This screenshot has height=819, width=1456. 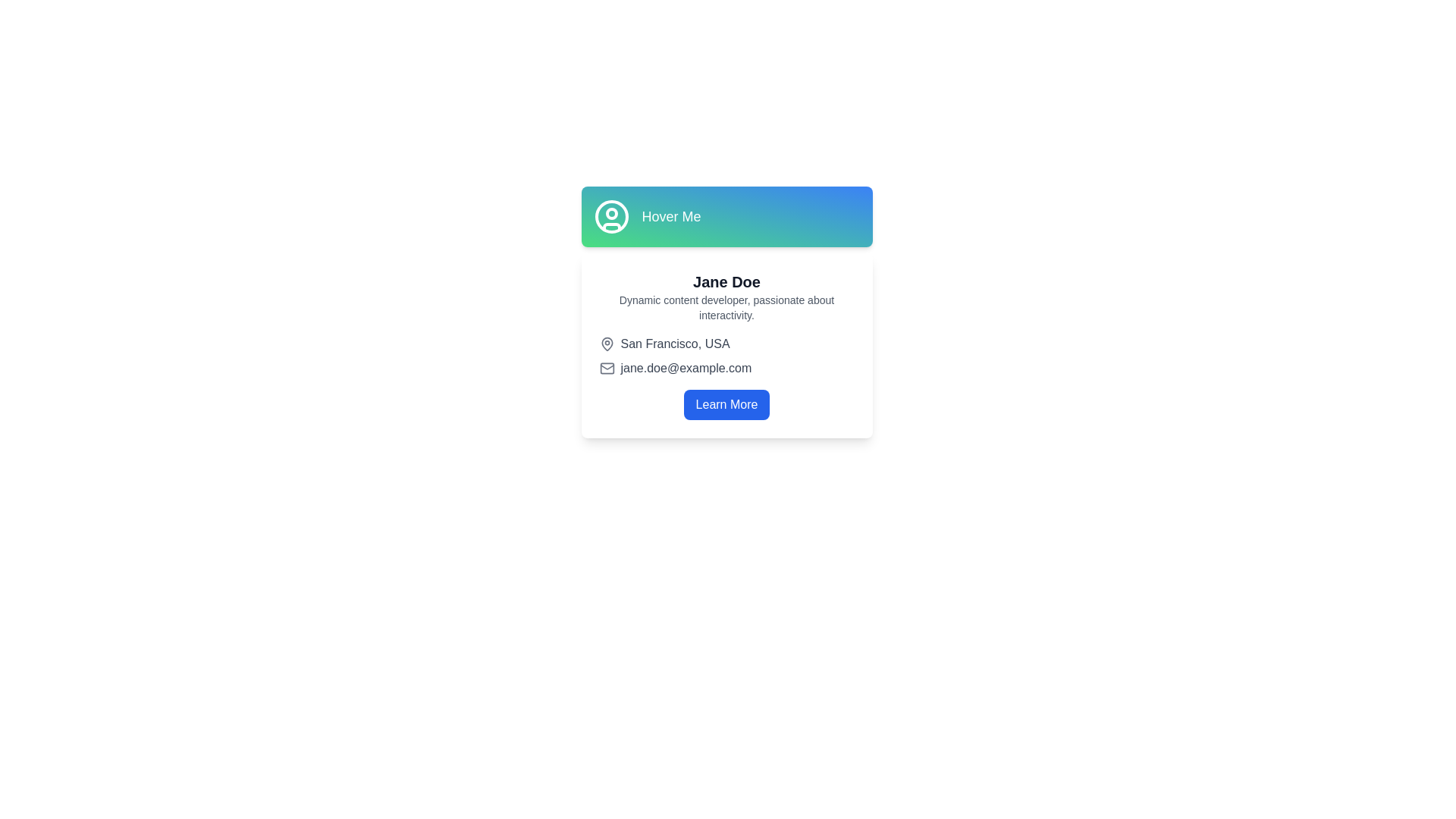 What do you see at coordinates (611, 216) in the screenshot?
I see `the larger outer circle of the user profile avatar icon located above the text 'Hover Me' in the header bar` at bounding box center [611, 216].